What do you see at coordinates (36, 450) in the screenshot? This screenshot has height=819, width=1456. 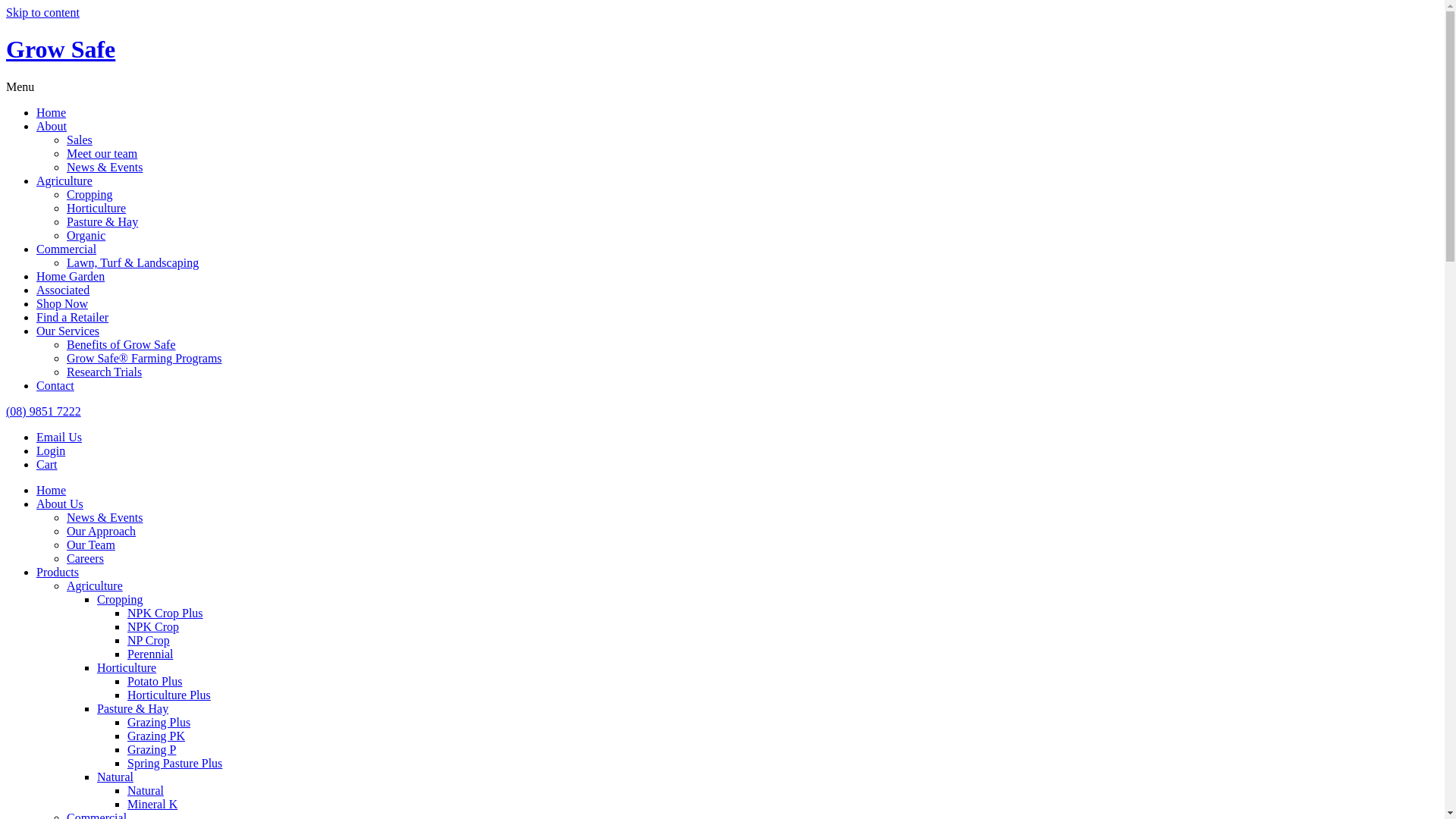 I see `'Login'` at bounding box center [36, 450].